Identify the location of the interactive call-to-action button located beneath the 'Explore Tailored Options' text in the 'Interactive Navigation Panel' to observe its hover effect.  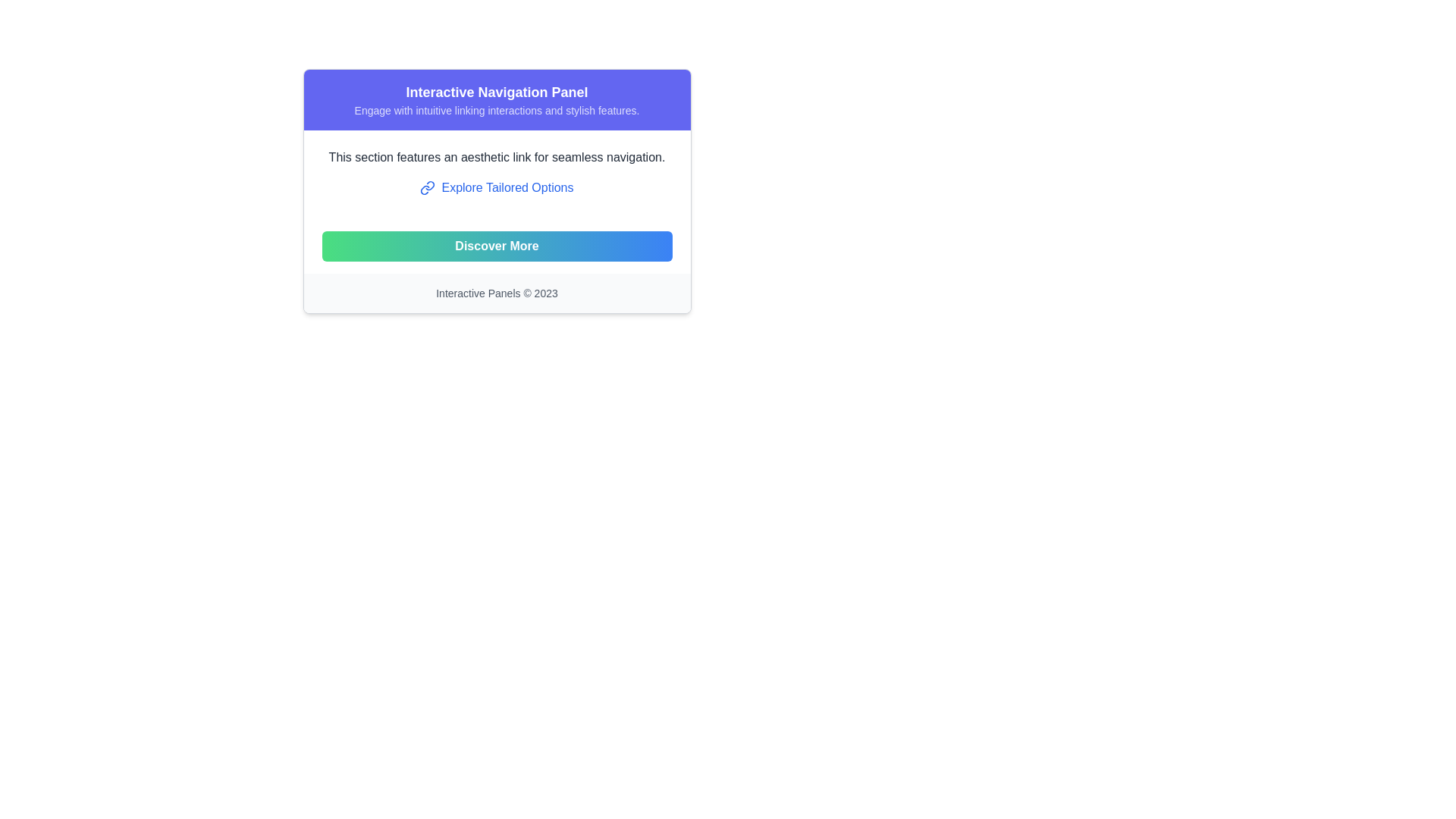
(497, 245).